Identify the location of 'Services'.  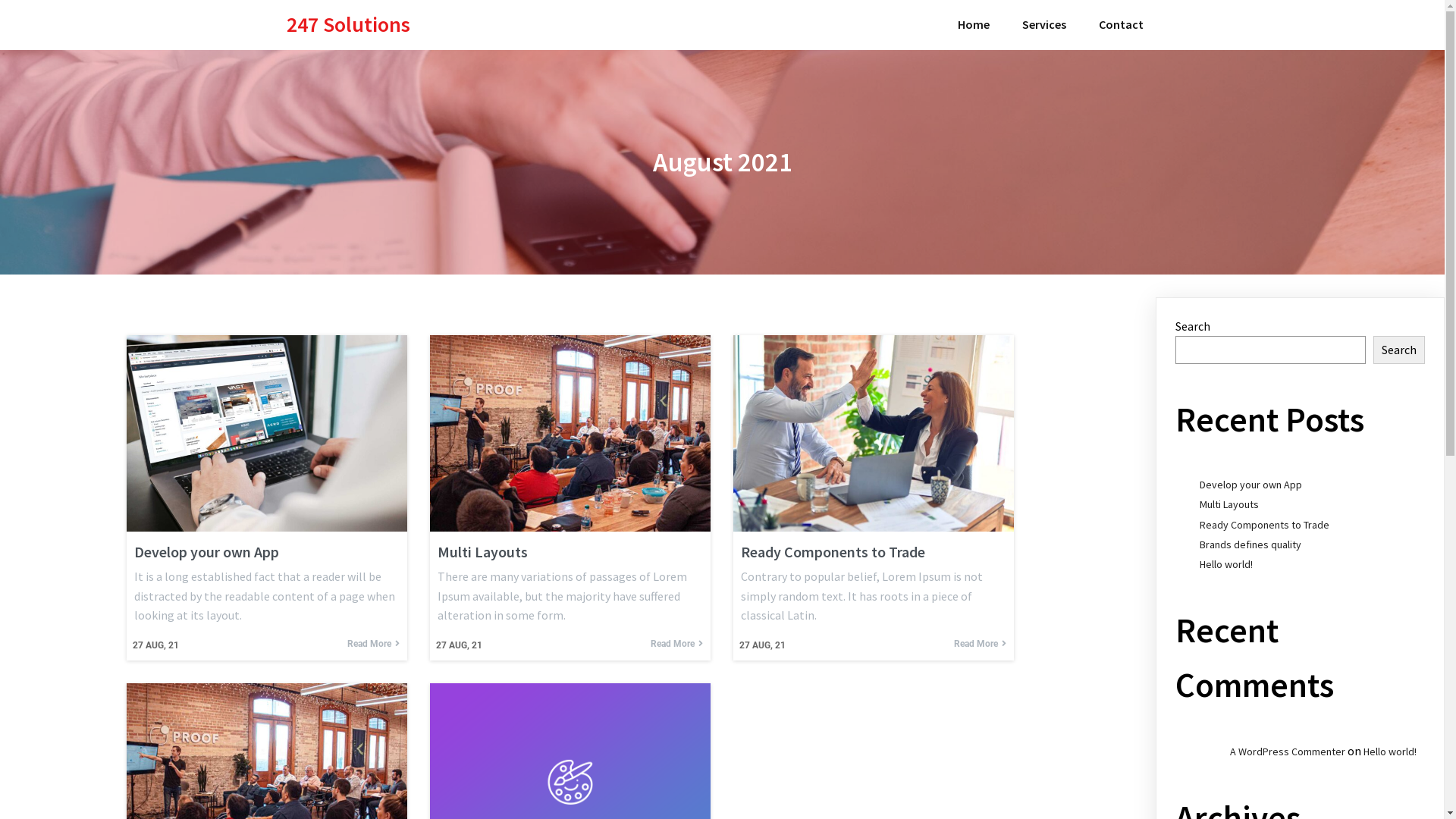
(1007, 25).